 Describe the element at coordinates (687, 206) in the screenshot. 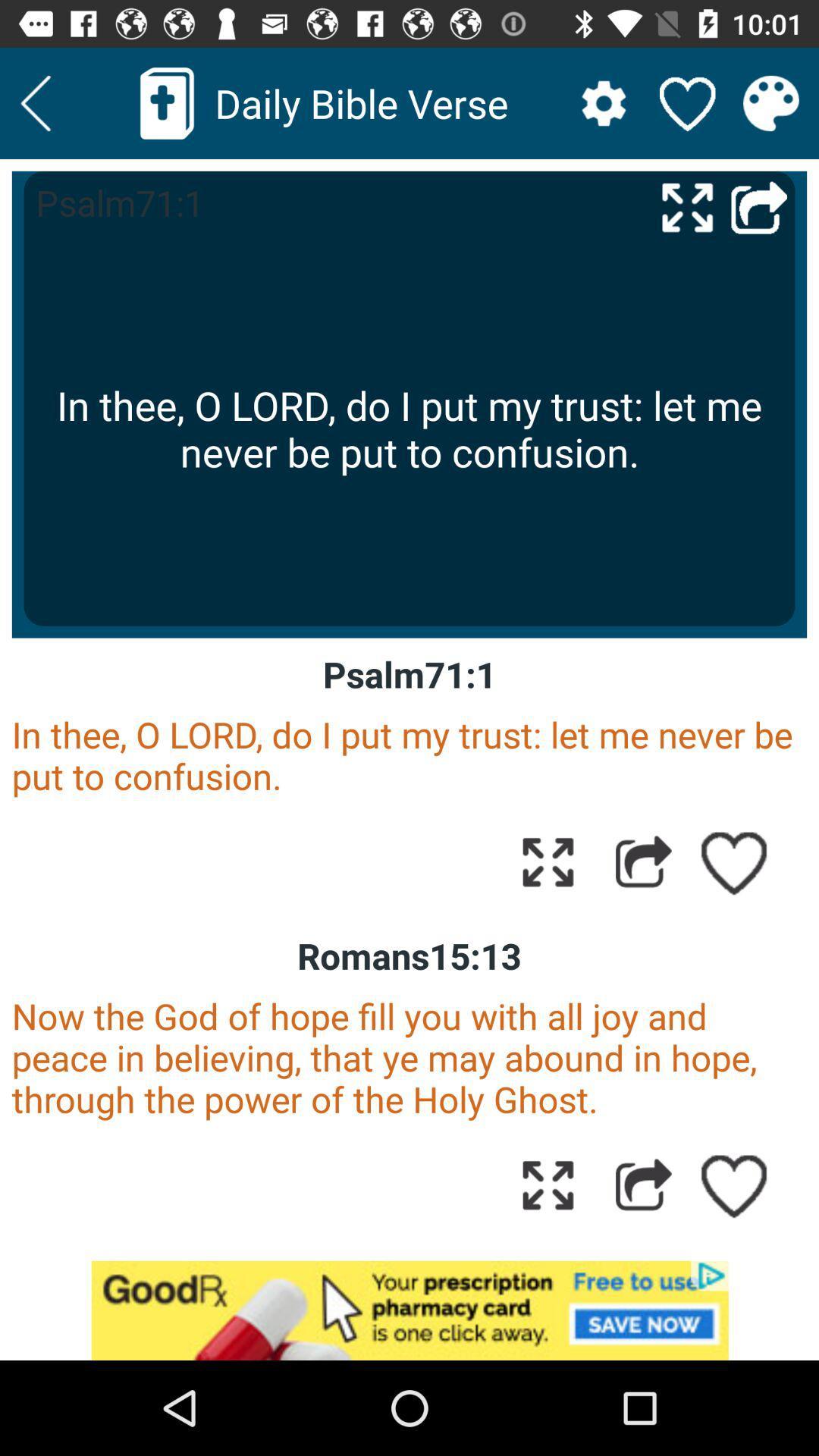

I see `the fullscreen icon` at that location.